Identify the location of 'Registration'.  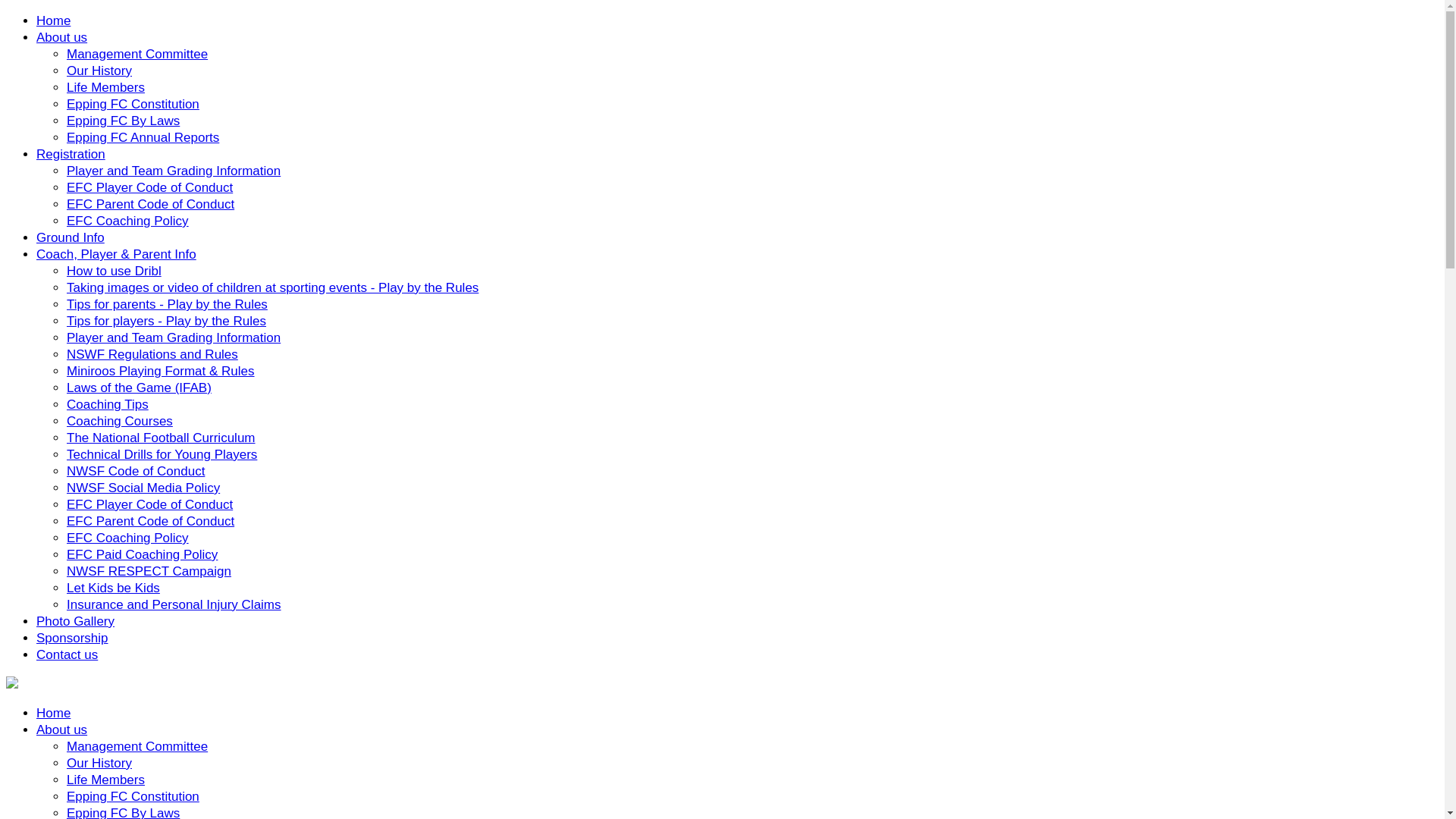
(70, 154).